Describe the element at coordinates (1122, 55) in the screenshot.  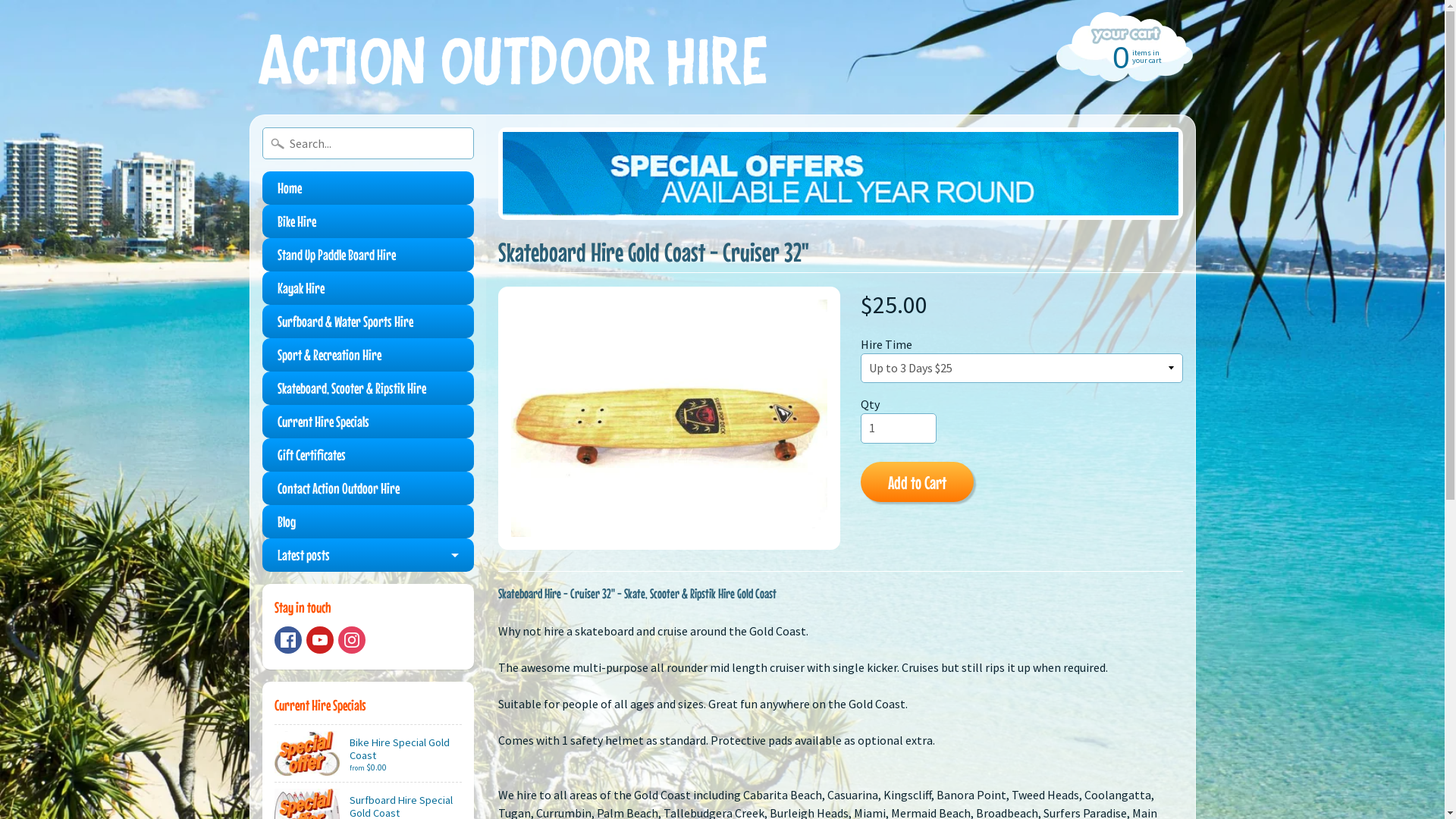
I see `'0` at that location.